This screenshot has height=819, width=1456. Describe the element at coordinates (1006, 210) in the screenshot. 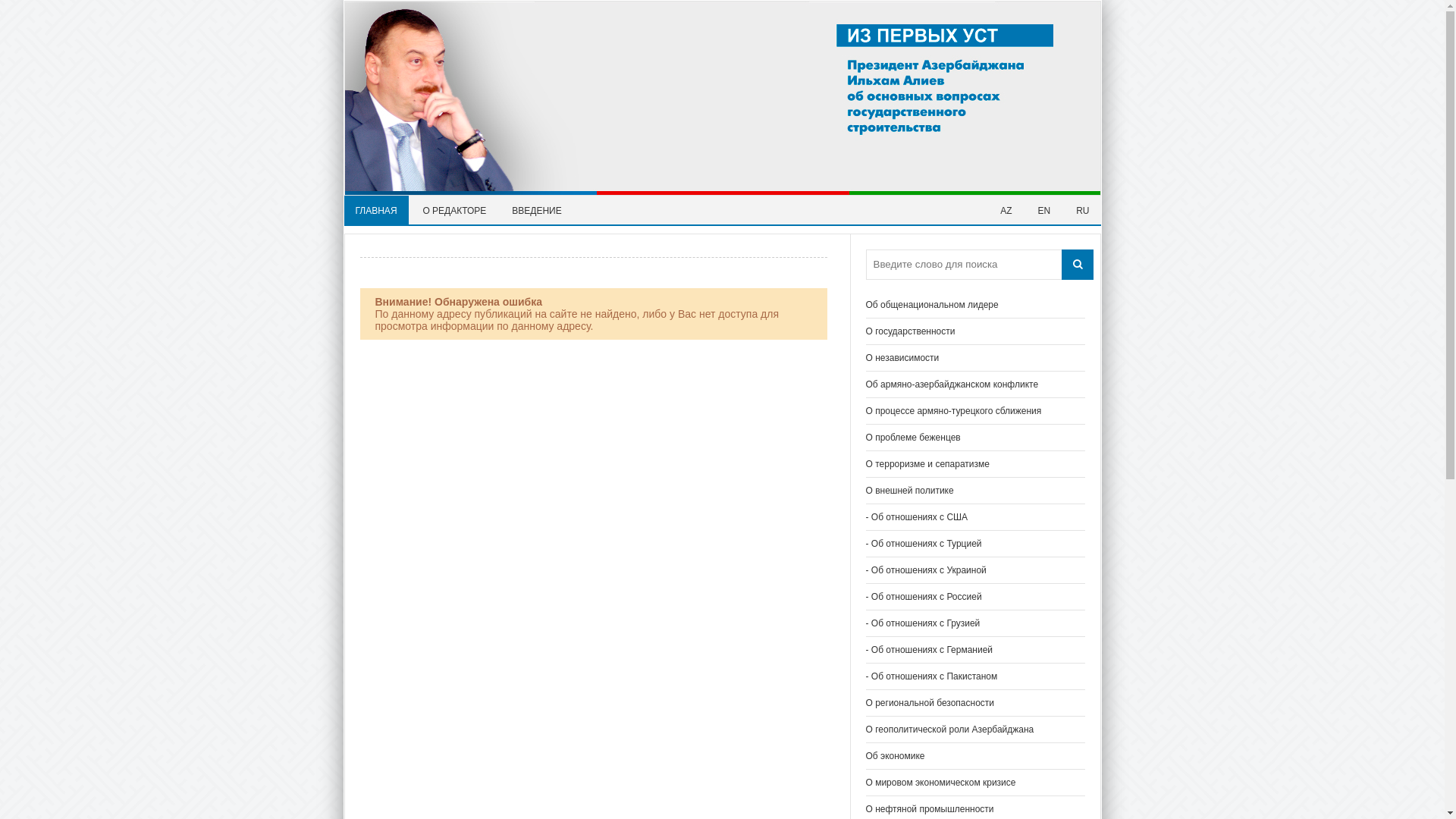

I see `'AZ'` at that location.